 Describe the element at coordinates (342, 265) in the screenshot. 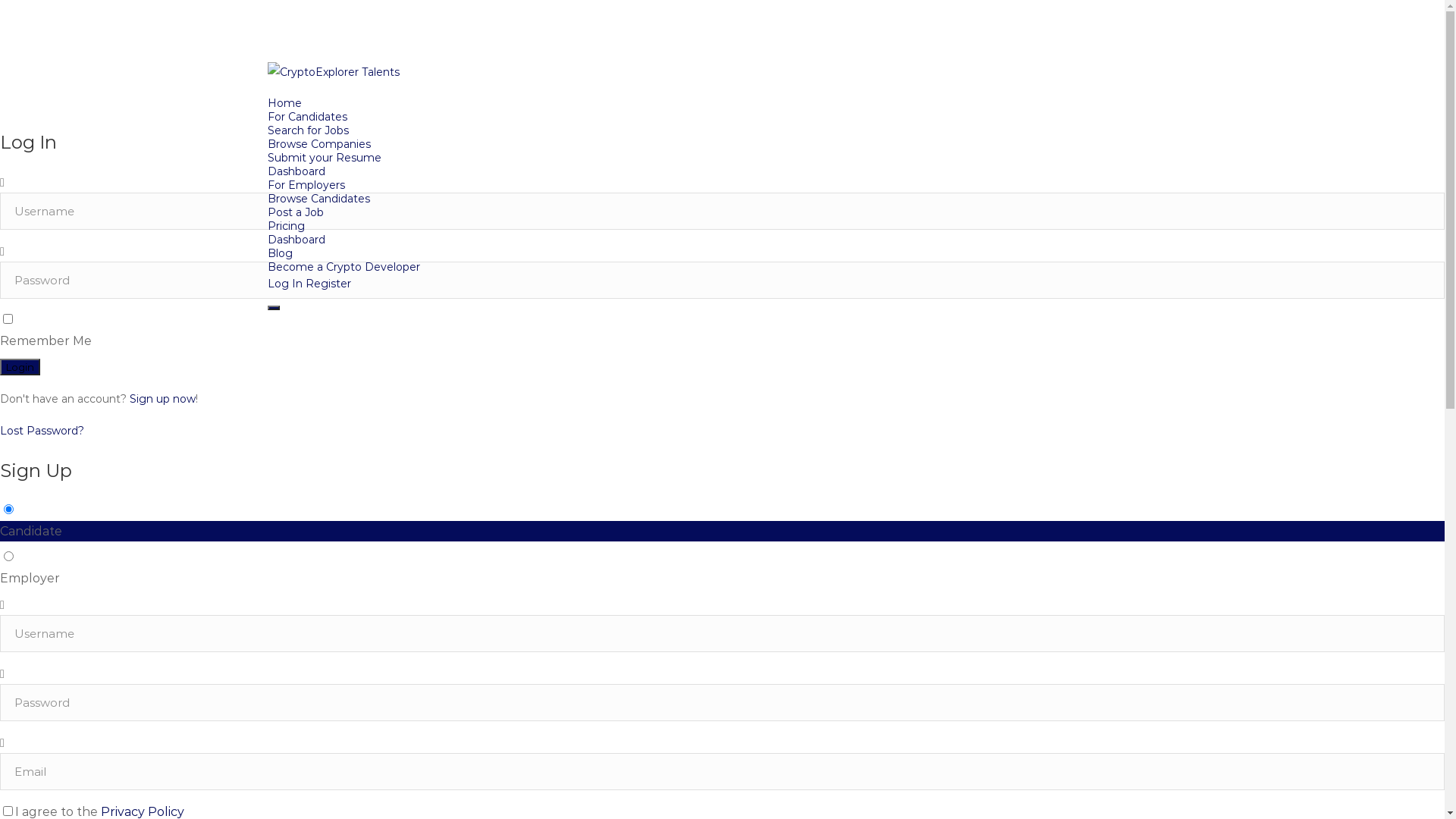

I see `'Become a Crypto Developer'` at that location.